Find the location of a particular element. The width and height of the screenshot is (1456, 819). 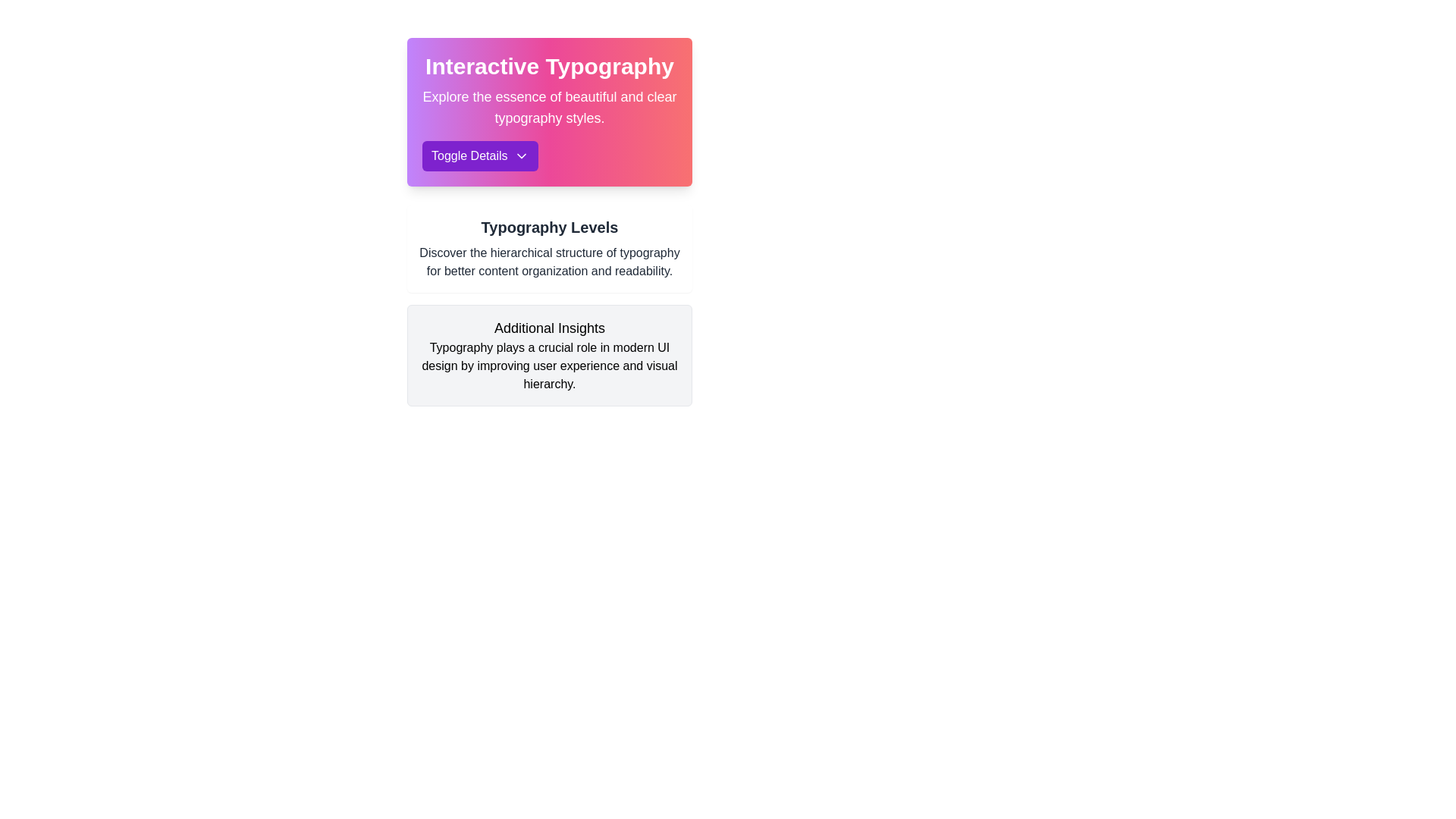

the Text Label within the button that toggles visibility of details, located near the center of the button beneath the heading 'Interactive Typography' is located at coordinates (469, 155).